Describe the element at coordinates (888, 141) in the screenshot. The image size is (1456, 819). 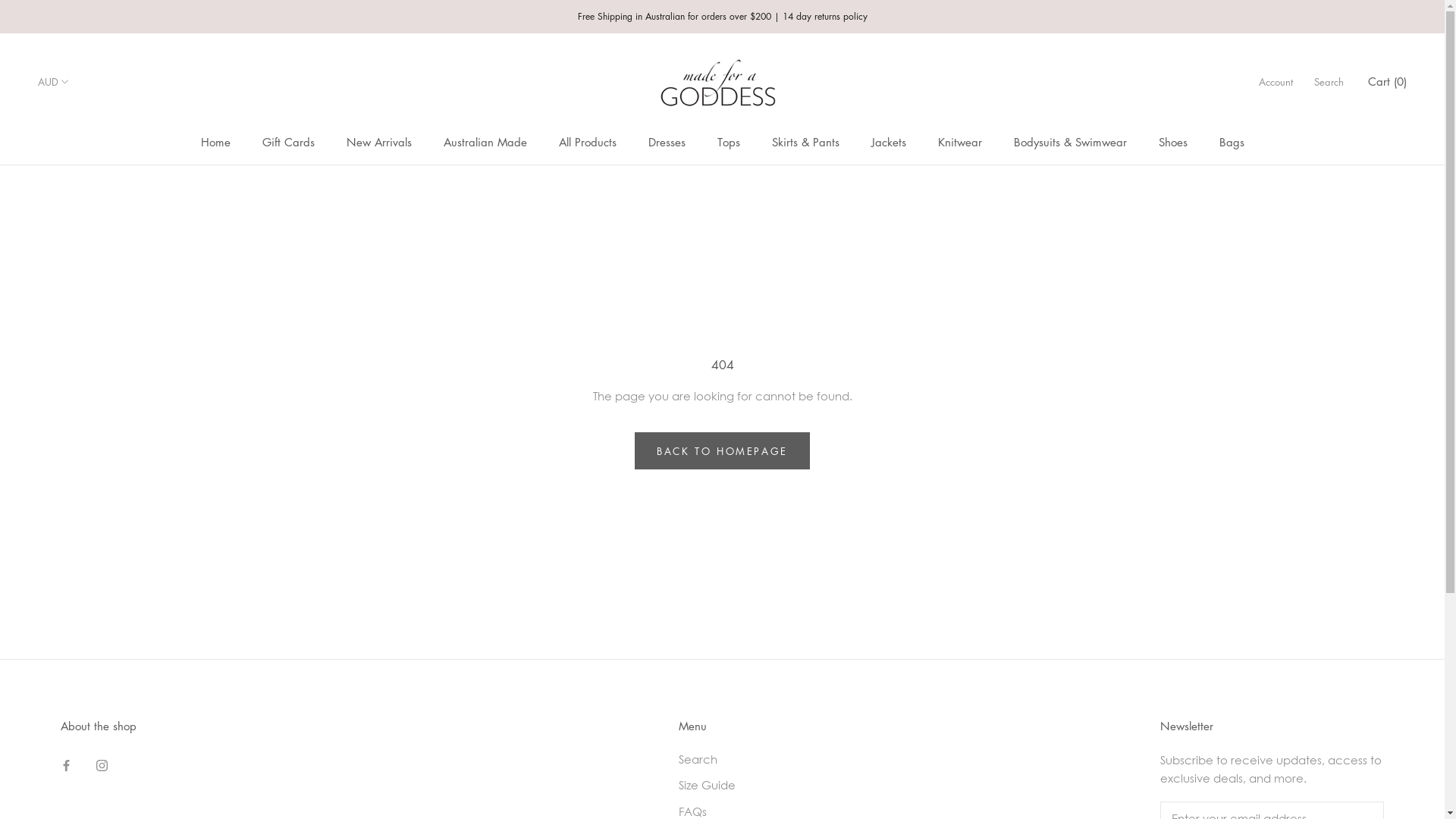
I see `'Jackets` at that location.